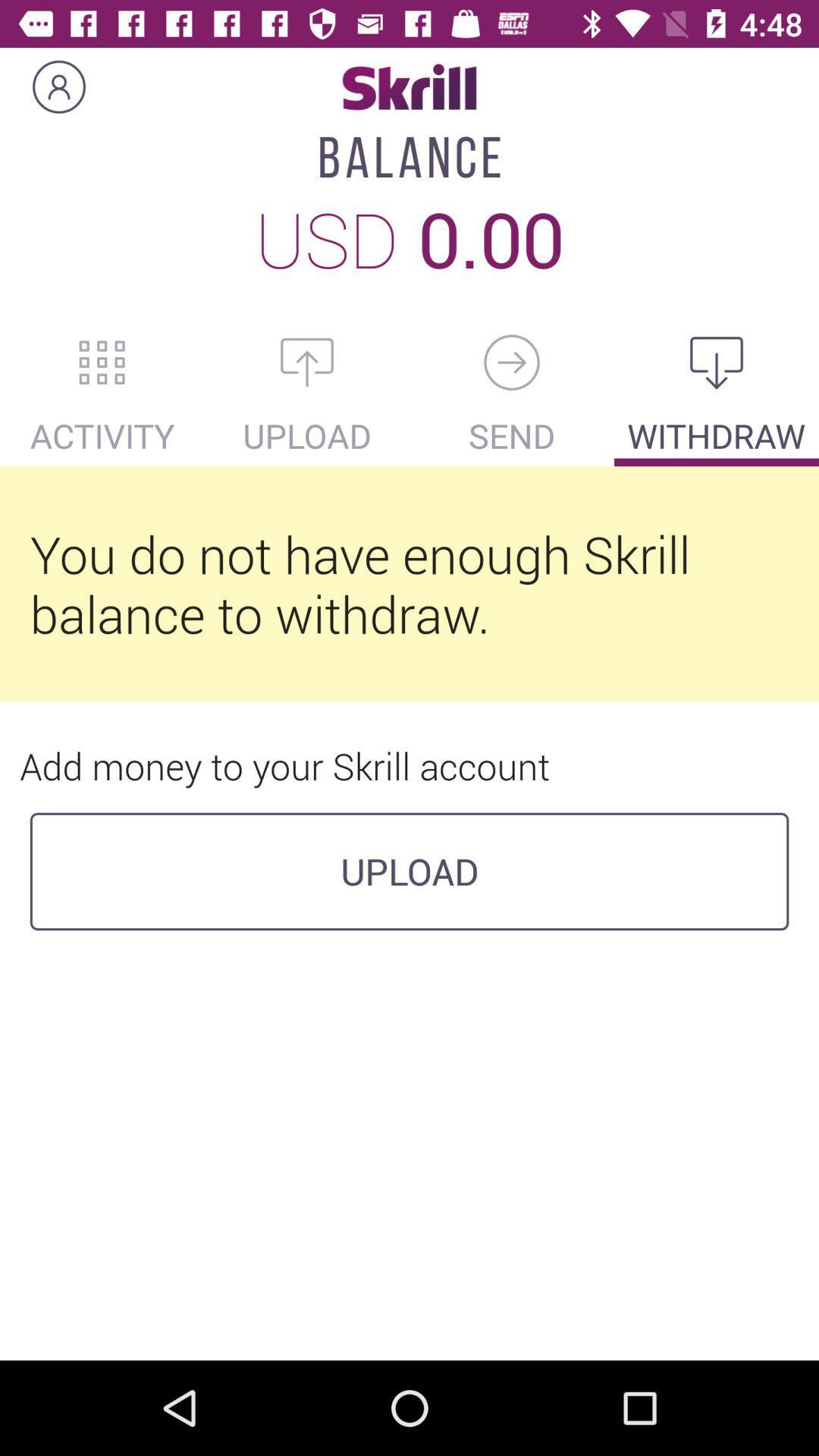 The height and width of the screenshot is (1456, 819). Describe the element at coordinates (717, 362) in the screenshot. I see `withdraw` at that location.